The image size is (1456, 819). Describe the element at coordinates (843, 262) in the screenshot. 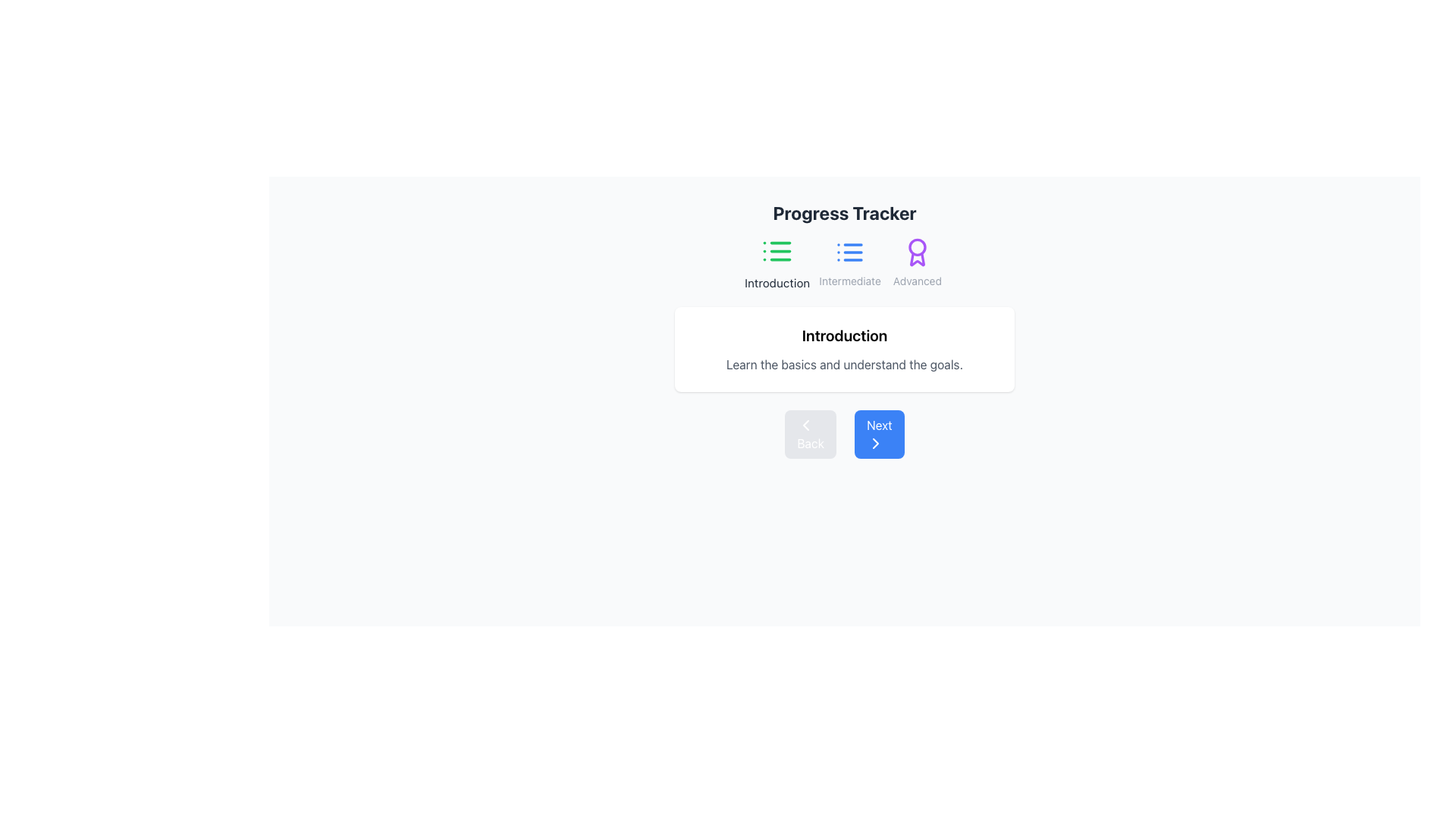

I see `the 'Intermediate' section of the Progress Tracker` at that location.